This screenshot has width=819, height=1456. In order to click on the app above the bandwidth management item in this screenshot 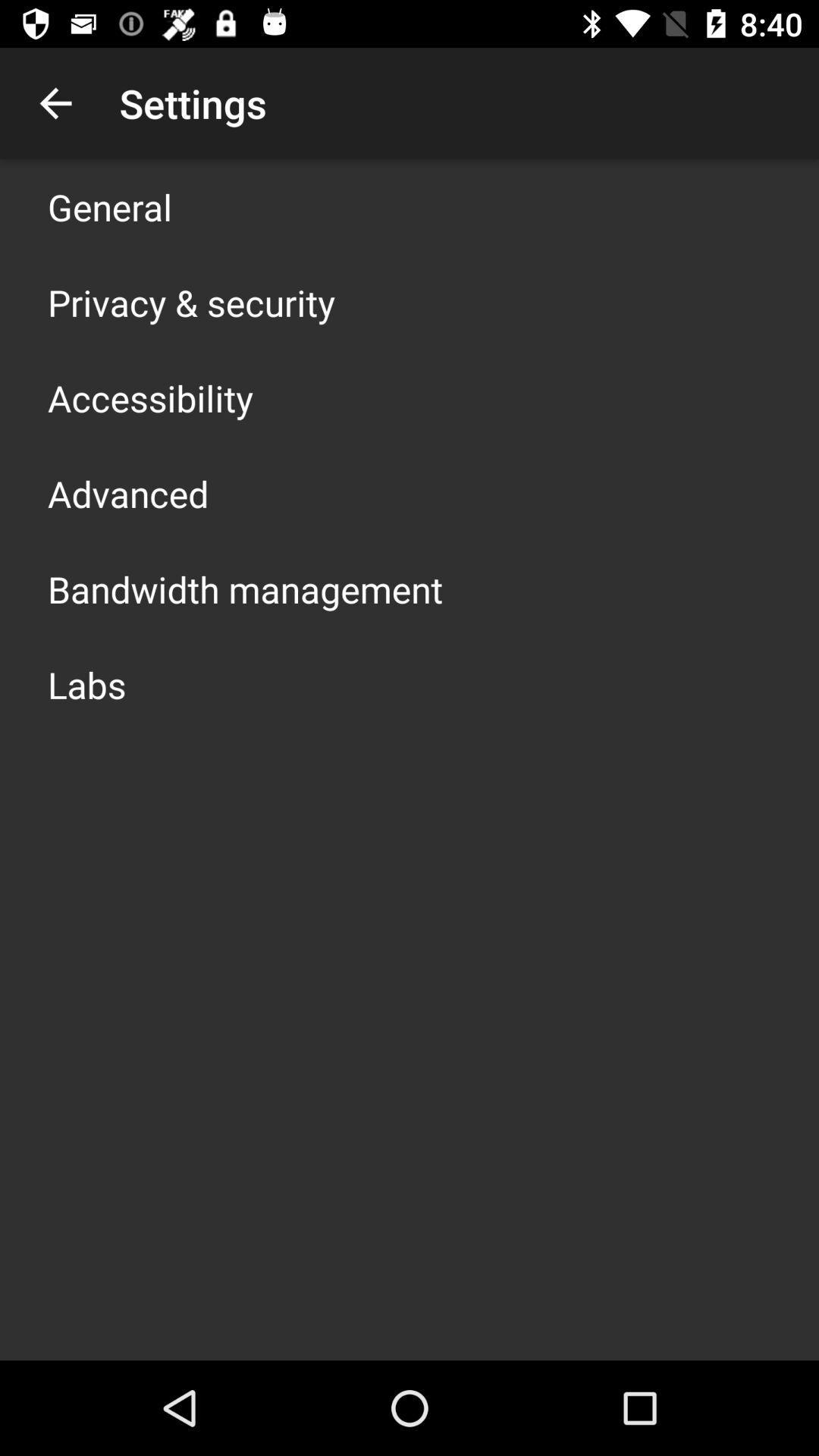, I will do `click(127, 494)`.